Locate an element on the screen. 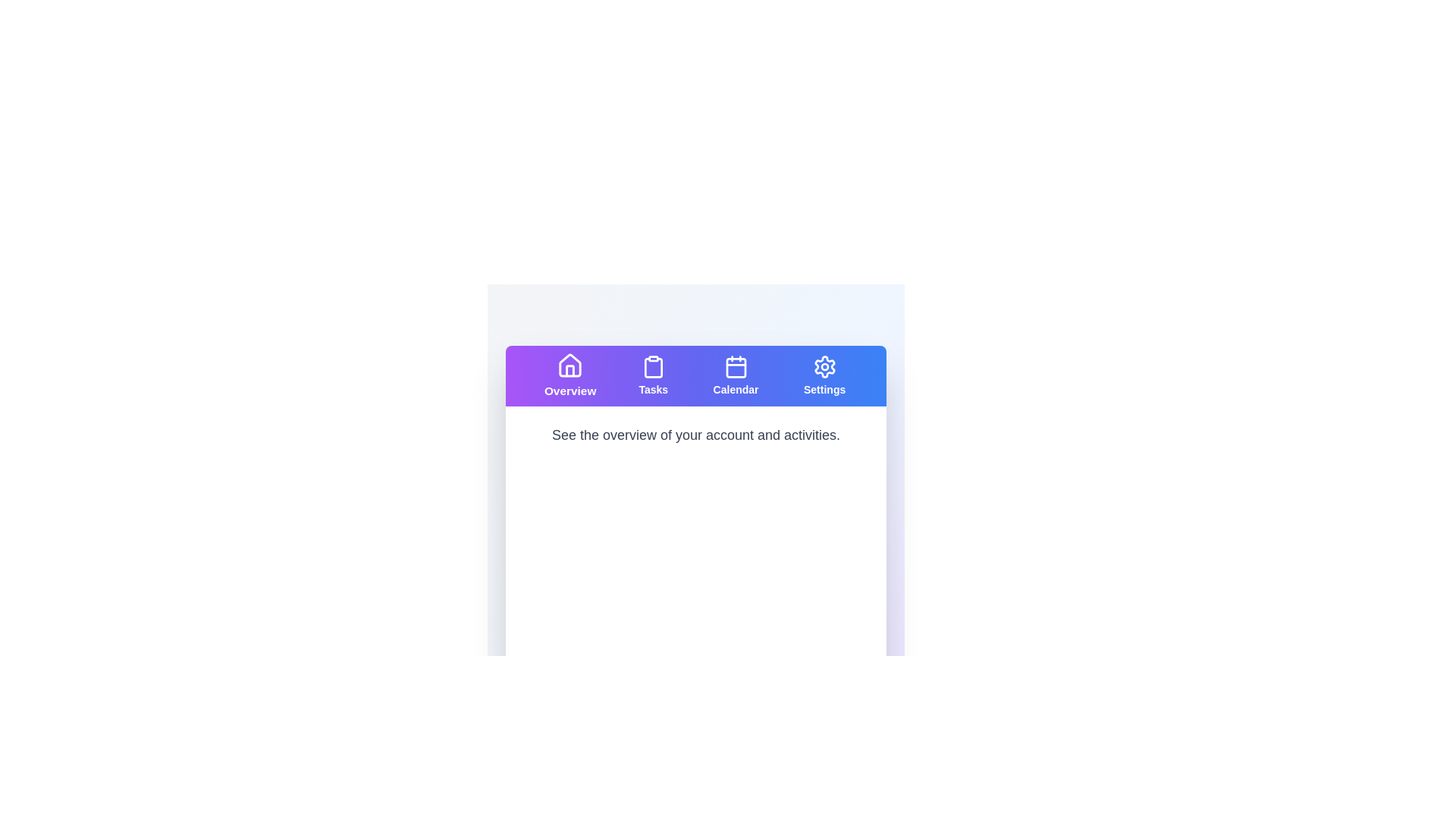 The width and height of the screenshot is (1456, 819). the third button in the navigation menu bar is located at coordinates (736, 375).